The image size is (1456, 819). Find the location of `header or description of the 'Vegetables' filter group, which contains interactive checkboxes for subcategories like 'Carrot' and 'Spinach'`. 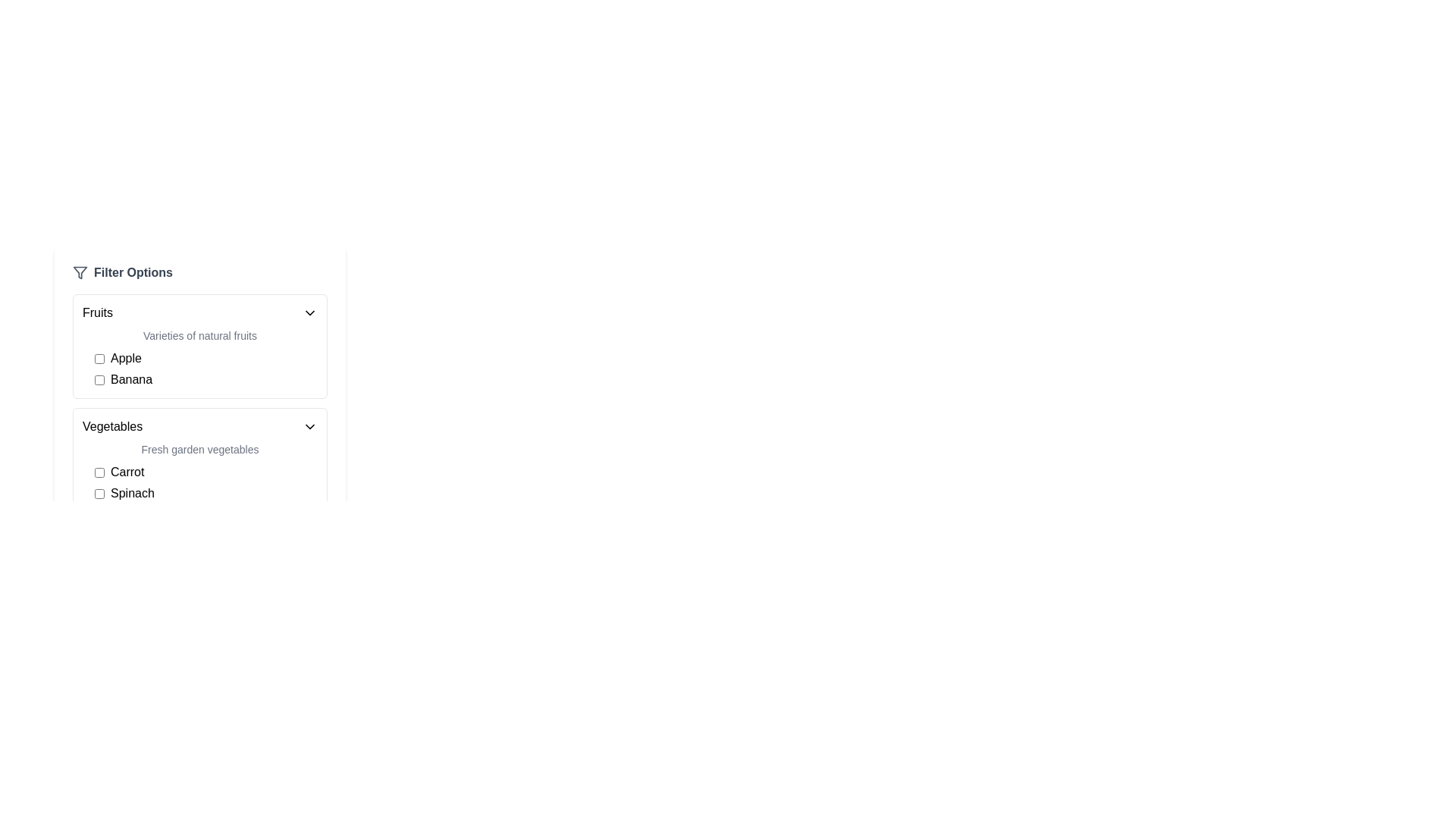

header or description of the 'Vegetables' filter group, which contains interactive checkboxes for subcategories like 'Carrot' and 'Spinach' is located at coordinates (199, 459).